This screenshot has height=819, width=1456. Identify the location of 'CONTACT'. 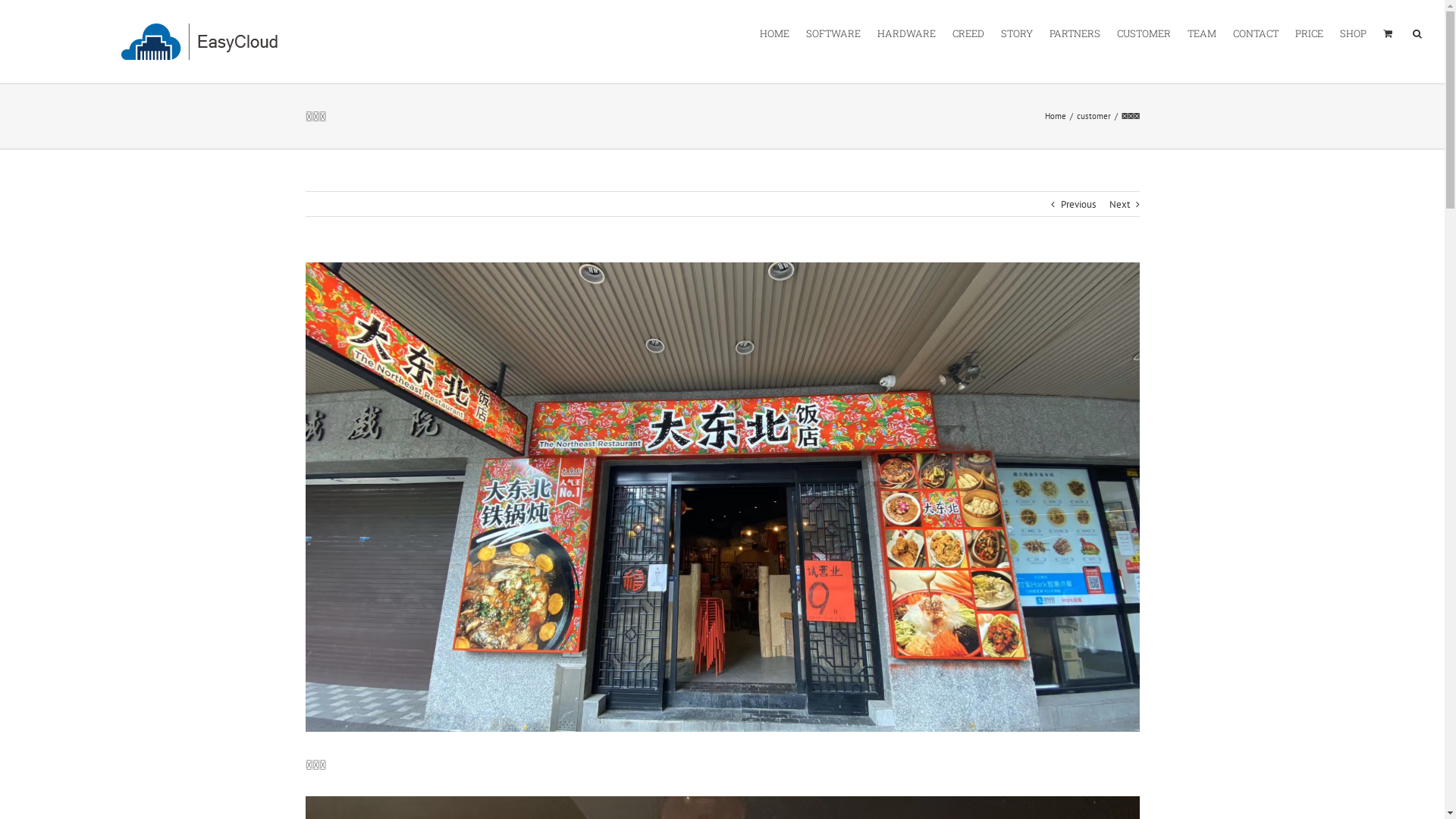
(1256, 32).